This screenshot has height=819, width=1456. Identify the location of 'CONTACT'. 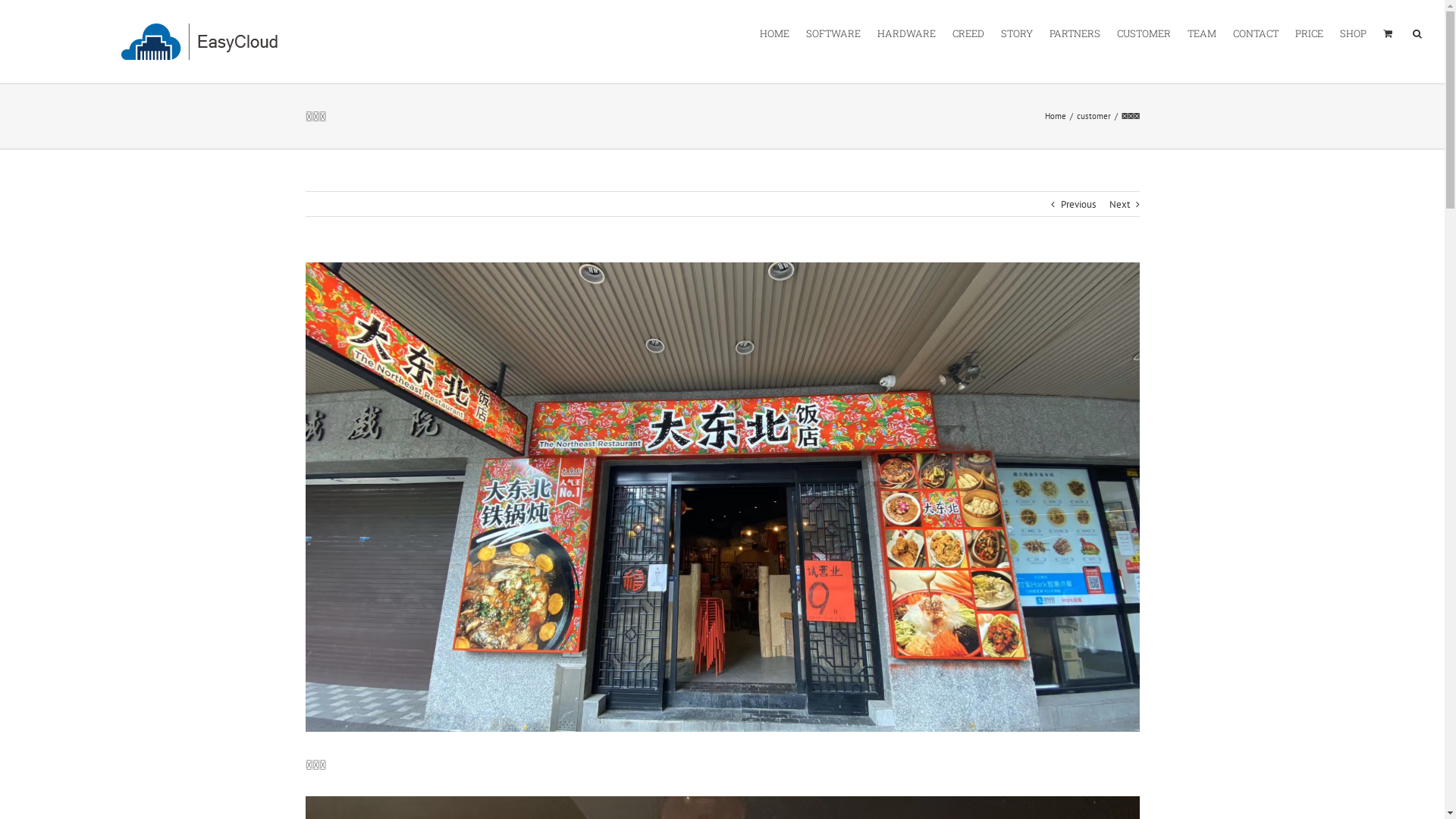
(1256, 32).